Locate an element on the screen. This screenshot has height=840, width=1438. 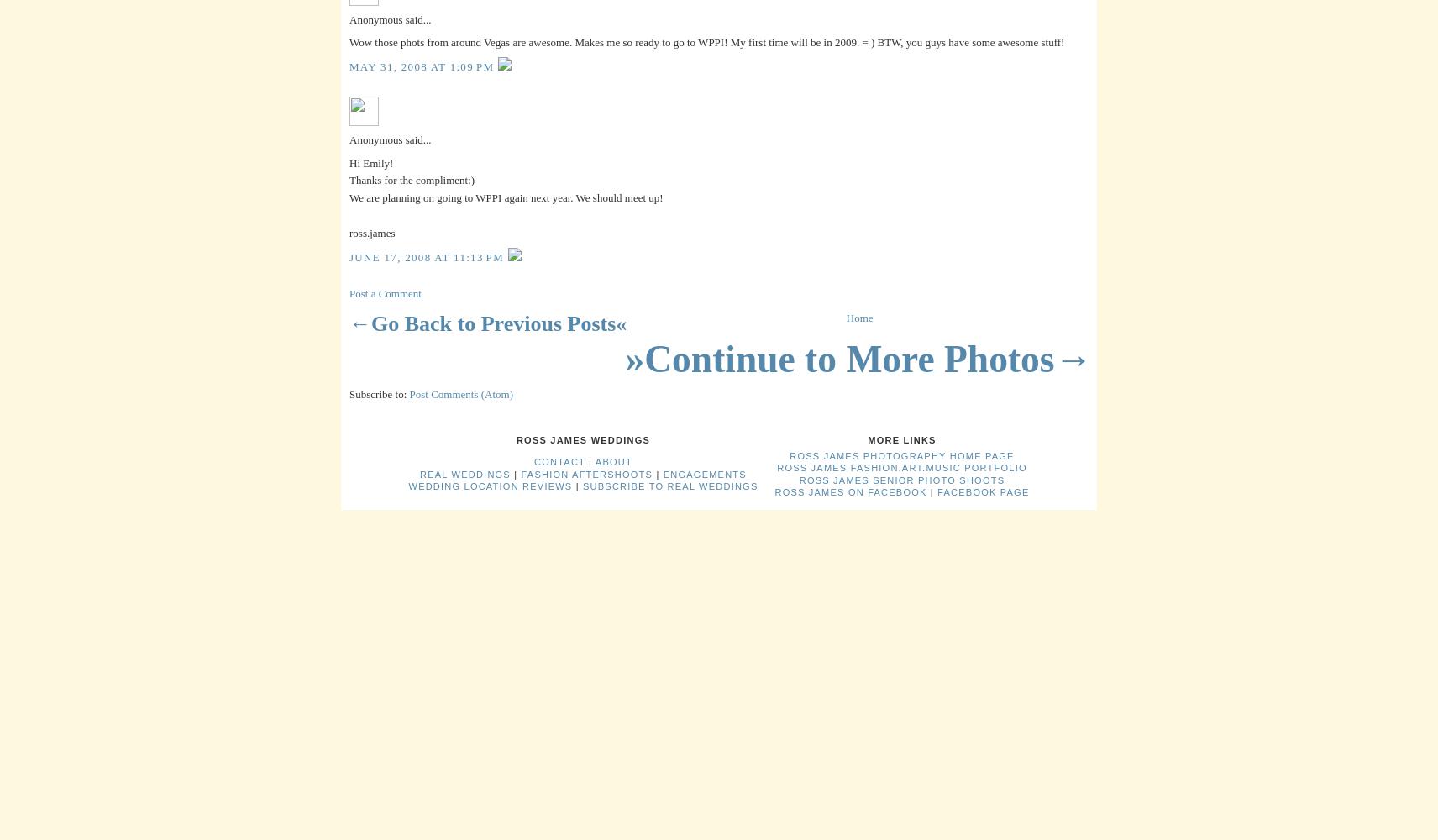
'ross.james' is located at coordinates (371, 232).